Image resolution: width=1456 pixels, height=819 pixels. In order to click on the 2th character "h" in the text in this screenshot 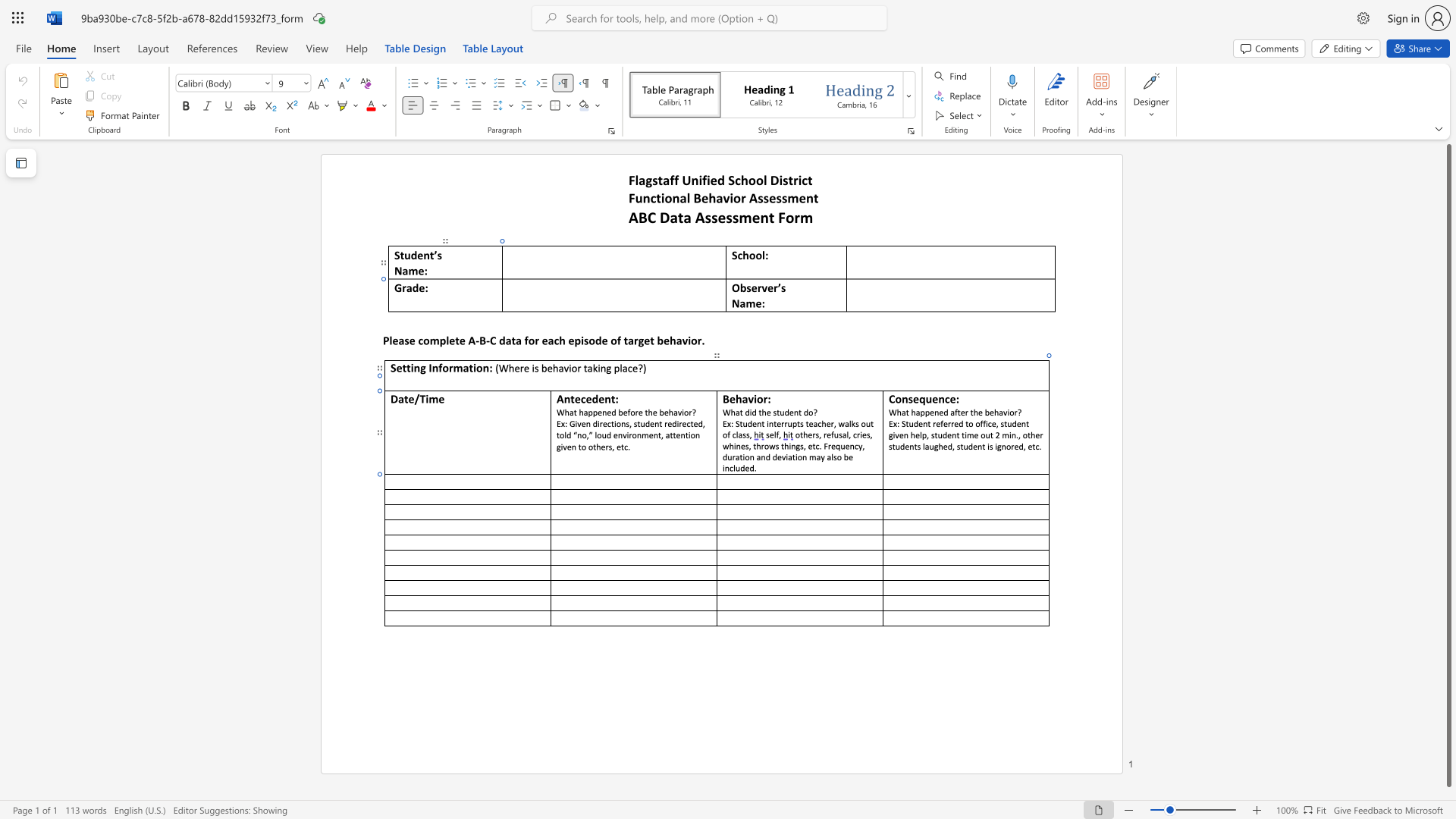, I will do `click(731, 445)`.